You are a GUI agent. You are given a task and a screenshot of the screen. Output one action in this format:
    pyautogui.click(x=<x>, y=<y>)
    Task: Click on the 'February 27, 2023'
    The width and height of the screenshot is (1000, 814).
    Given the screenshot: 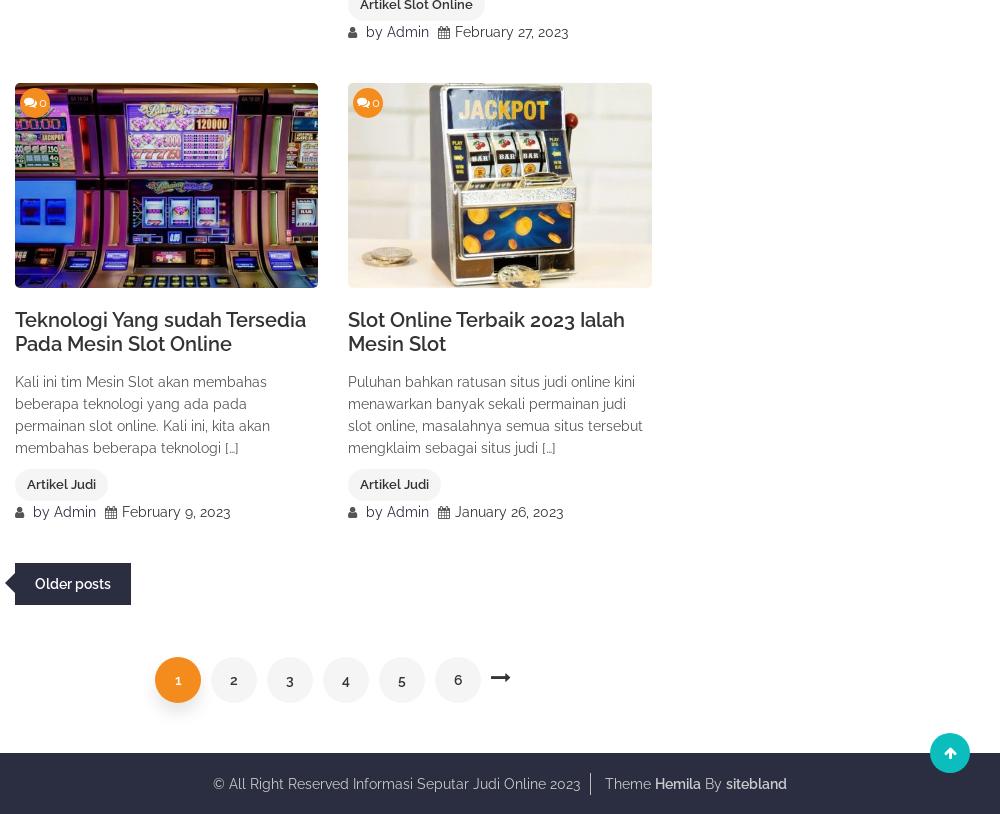 What is the action you would take?
    pyautogui.click(x=511, y=30)
    